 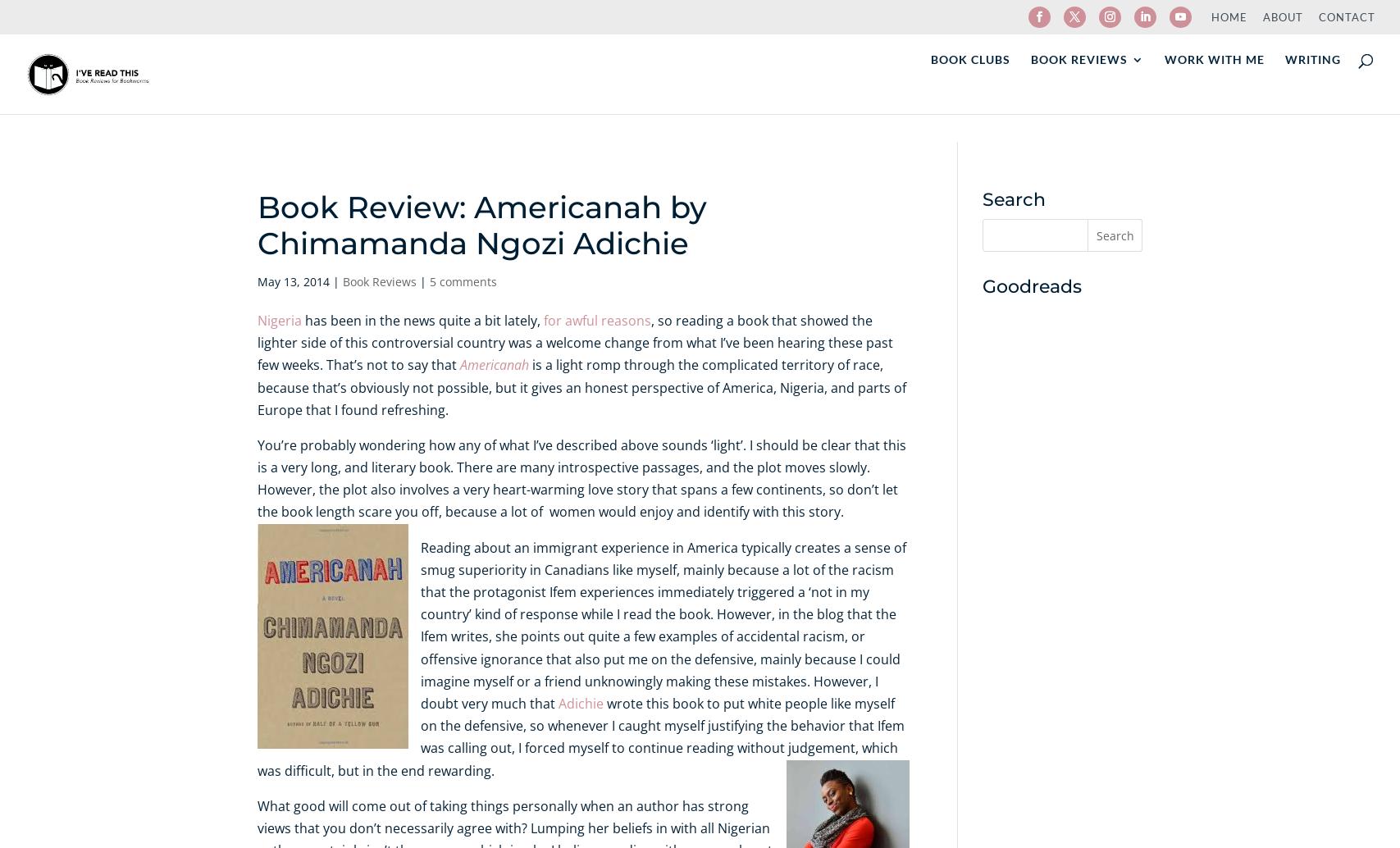 What do you see at coordinates (301, 319) in the screenshot?
I see `'has been in the news quite a bit lately,'` at bounding box center [301, 319].